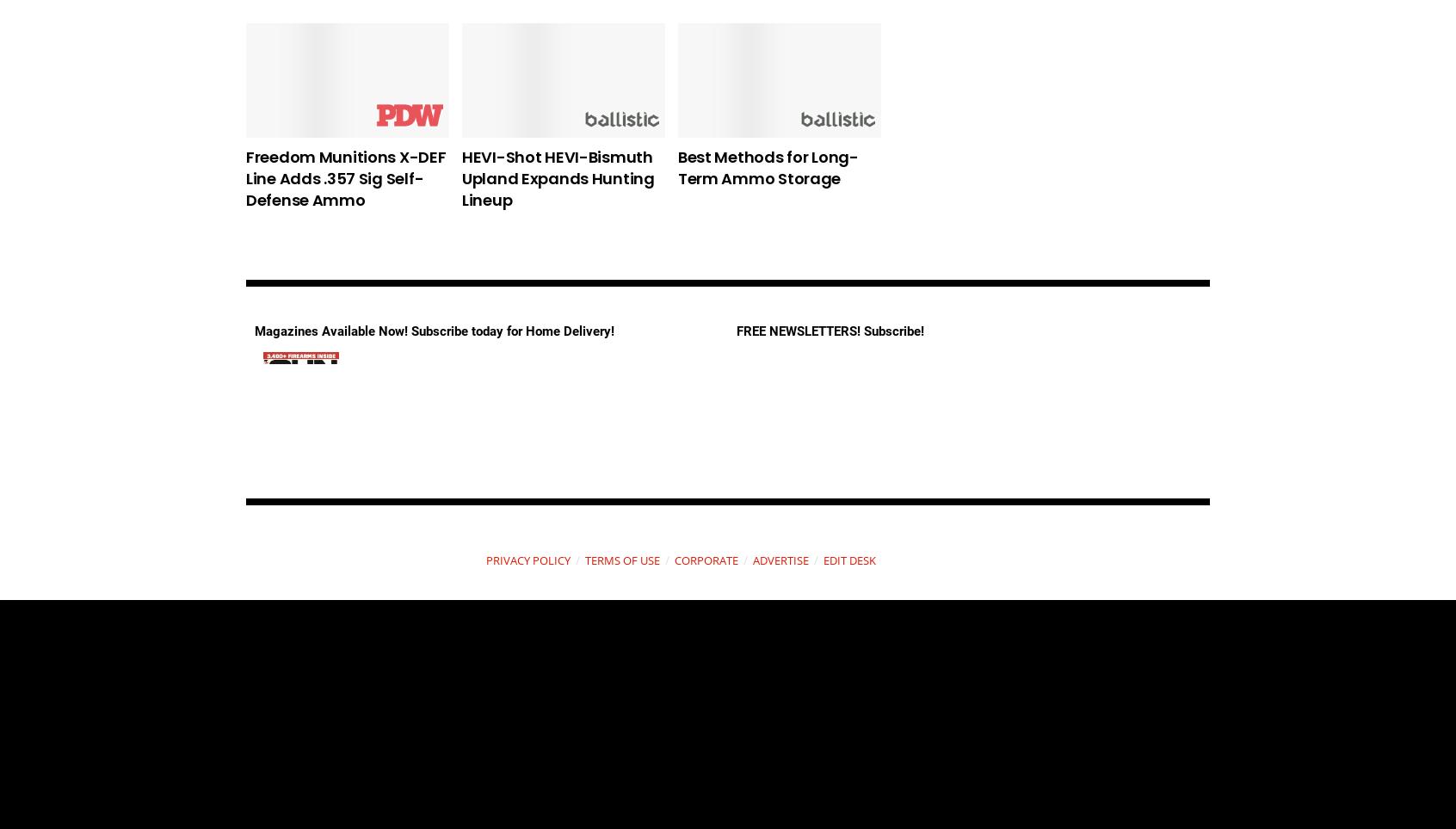 Image resolution: width=1456 pixels, height=829 pixels. I want to click on '.410 Ammo for Home Defense [2023]', so click(972, 167).